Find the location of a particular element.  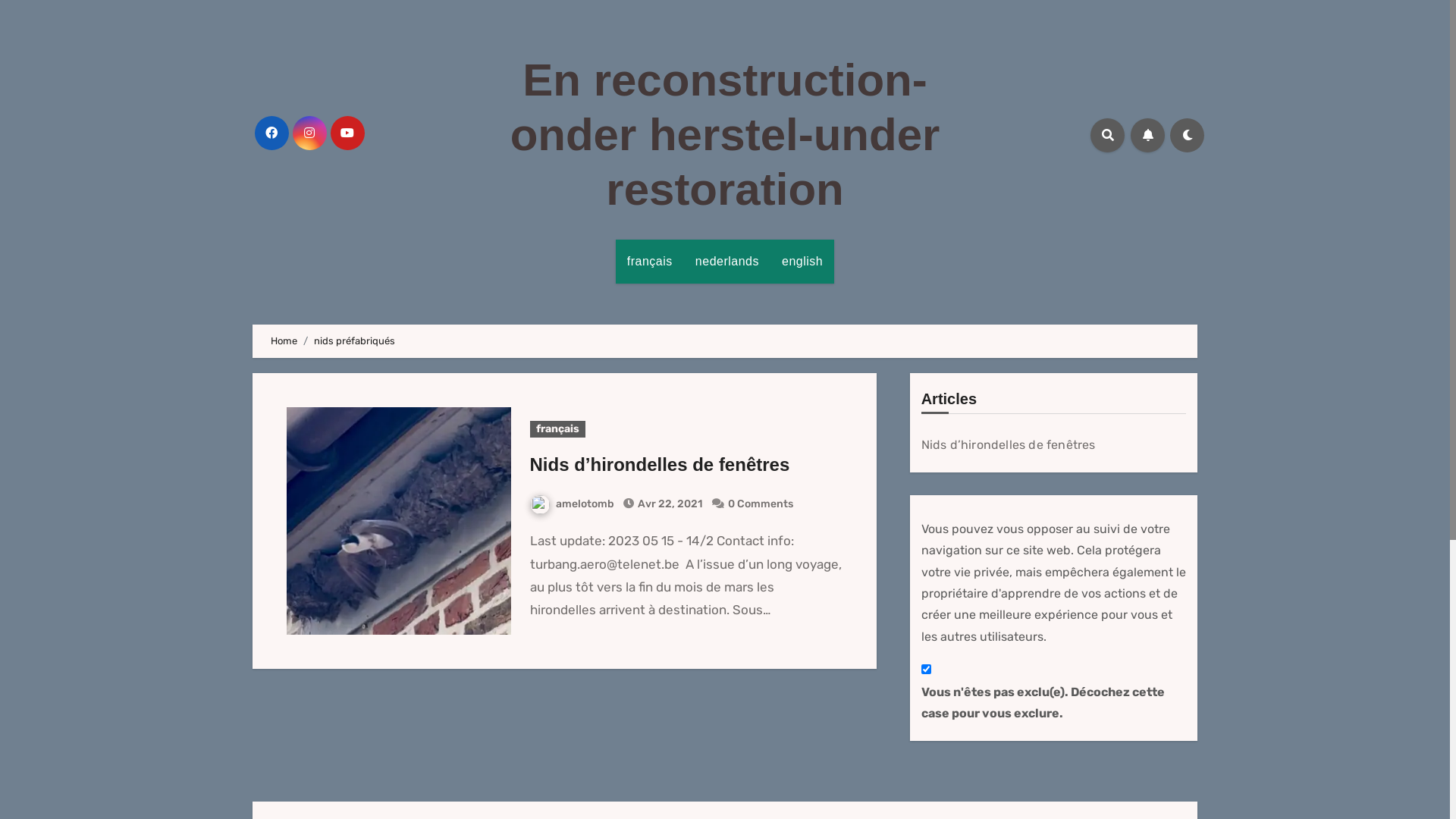

'amelotomb' is located at coordinates (570, 504).